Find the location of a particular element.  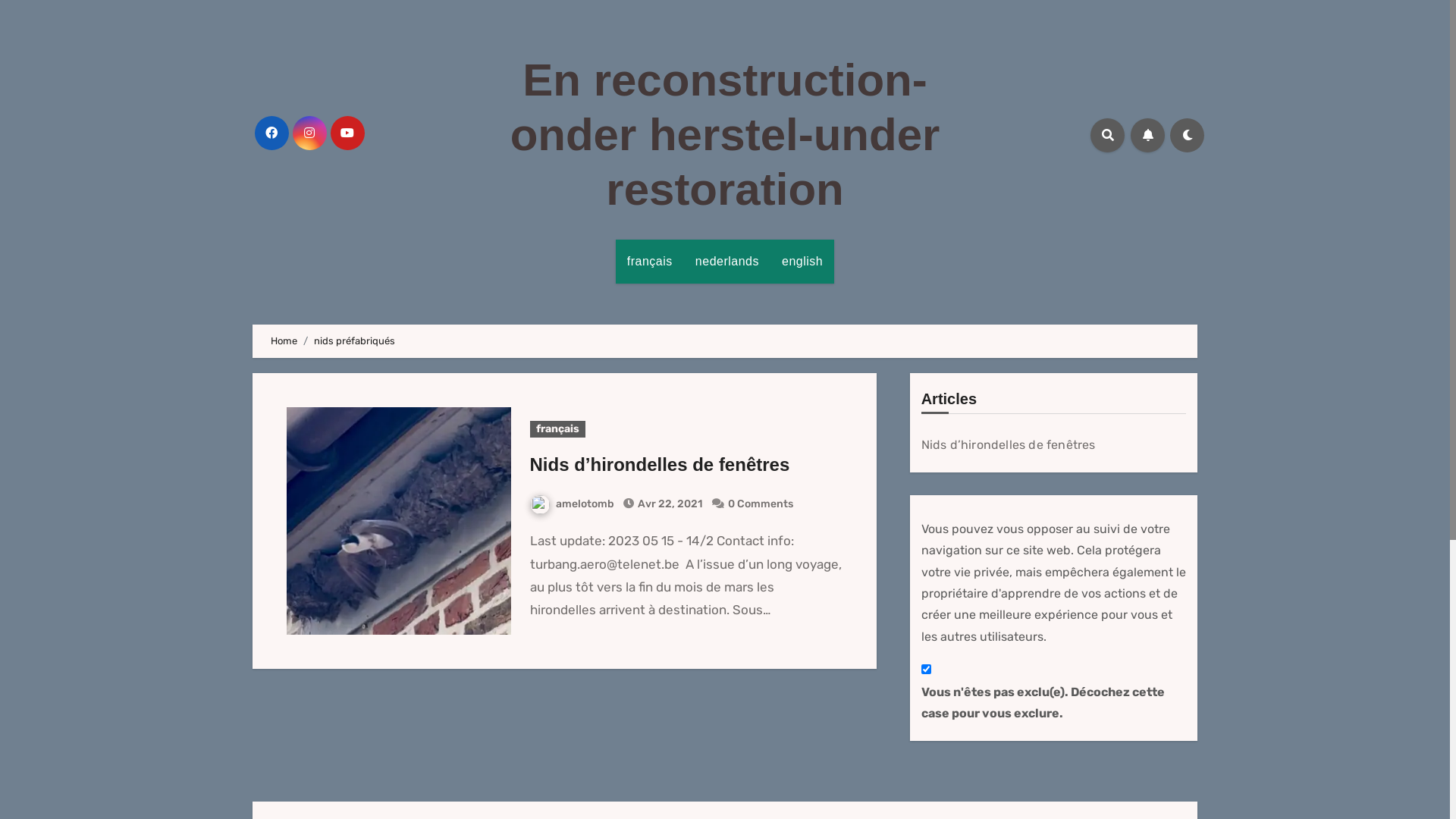

'amelotomb' is located at coordinates (570, 504).